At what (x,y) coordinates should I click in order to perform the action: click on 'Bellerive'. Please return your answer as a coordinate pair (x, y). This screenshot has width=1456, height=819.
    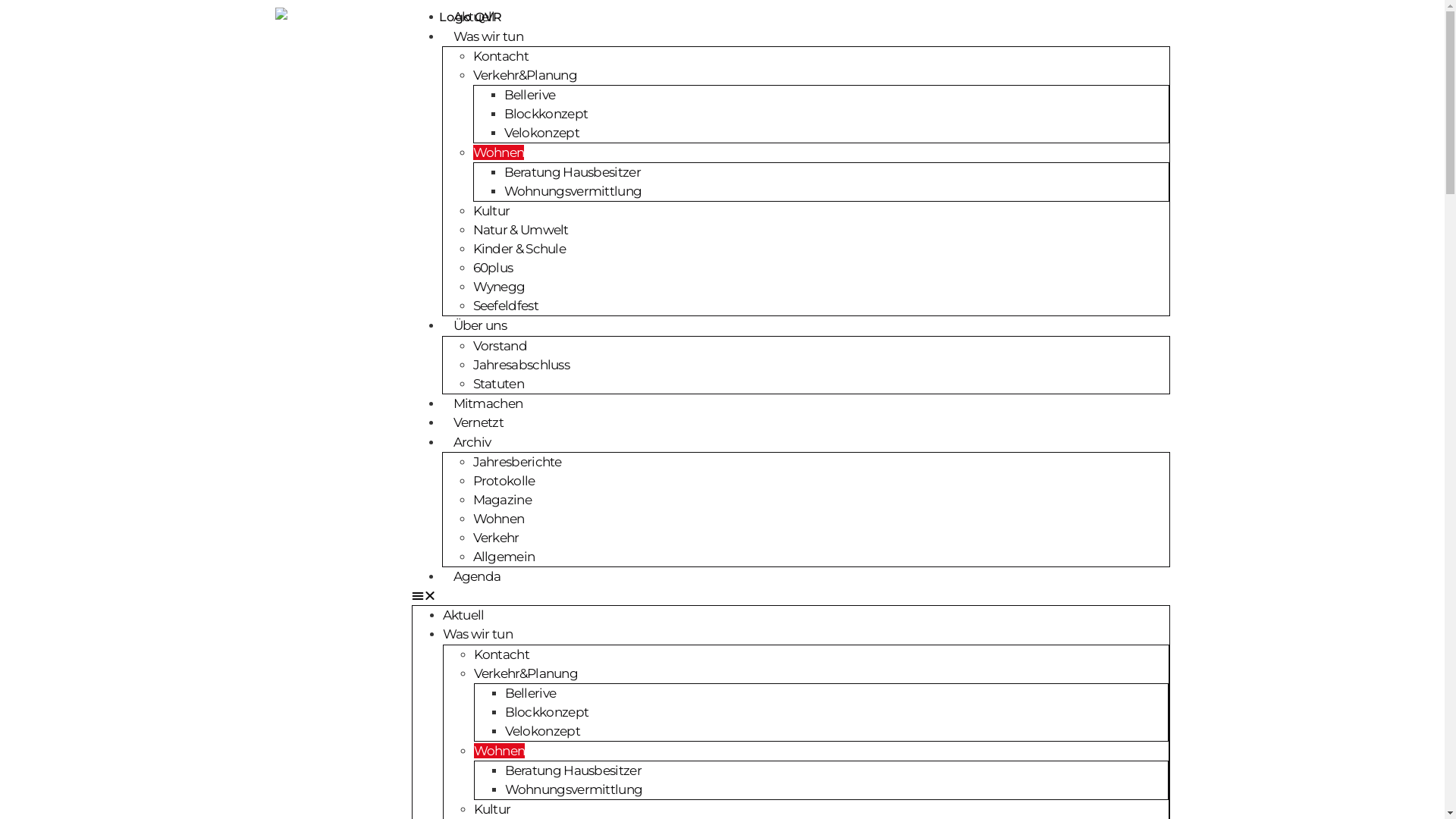
    Looking at the image, I should click on (503, 94).